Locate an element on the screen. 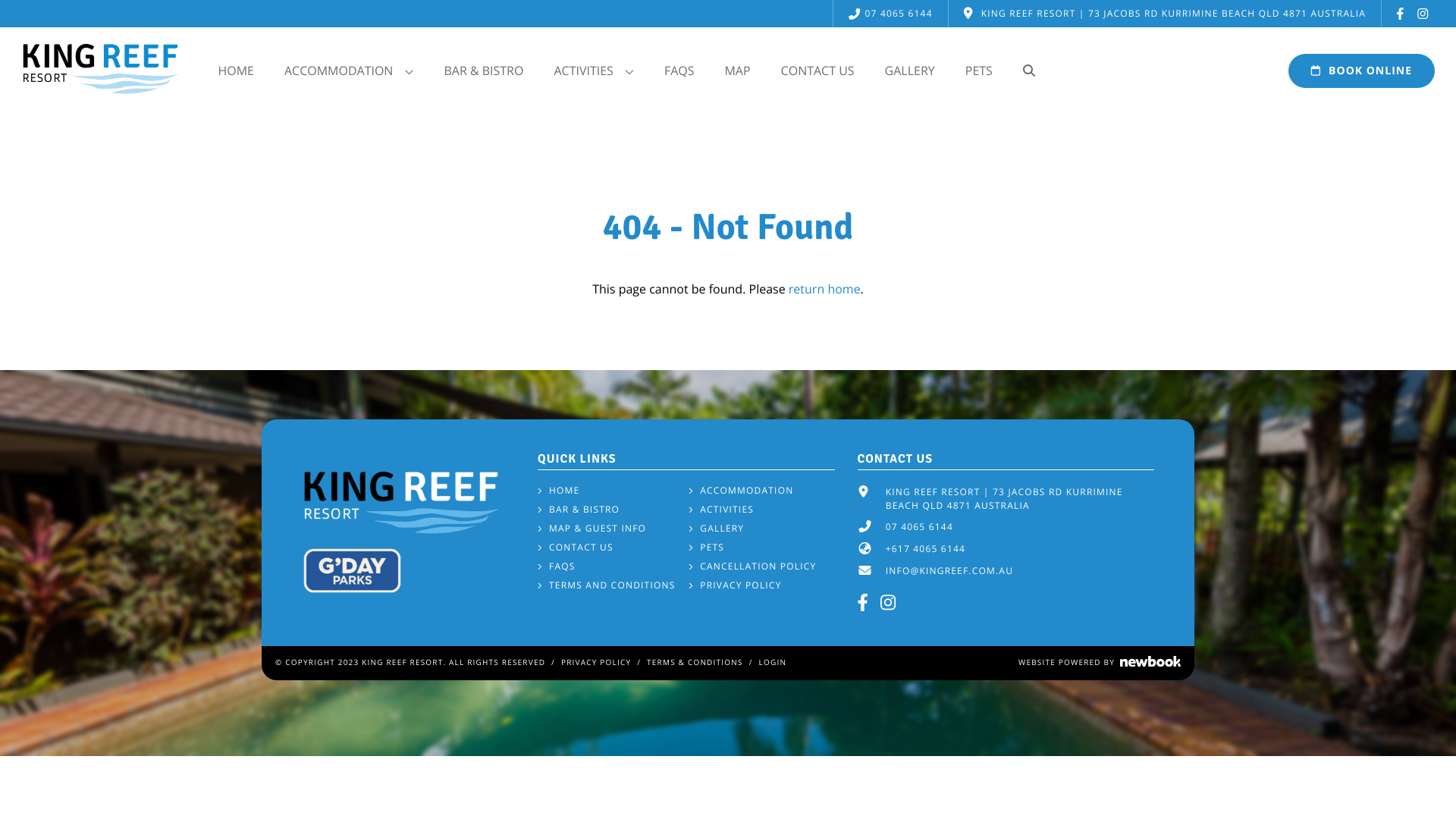  'BAR & BISTRO' is located at coordinates (578, 509).